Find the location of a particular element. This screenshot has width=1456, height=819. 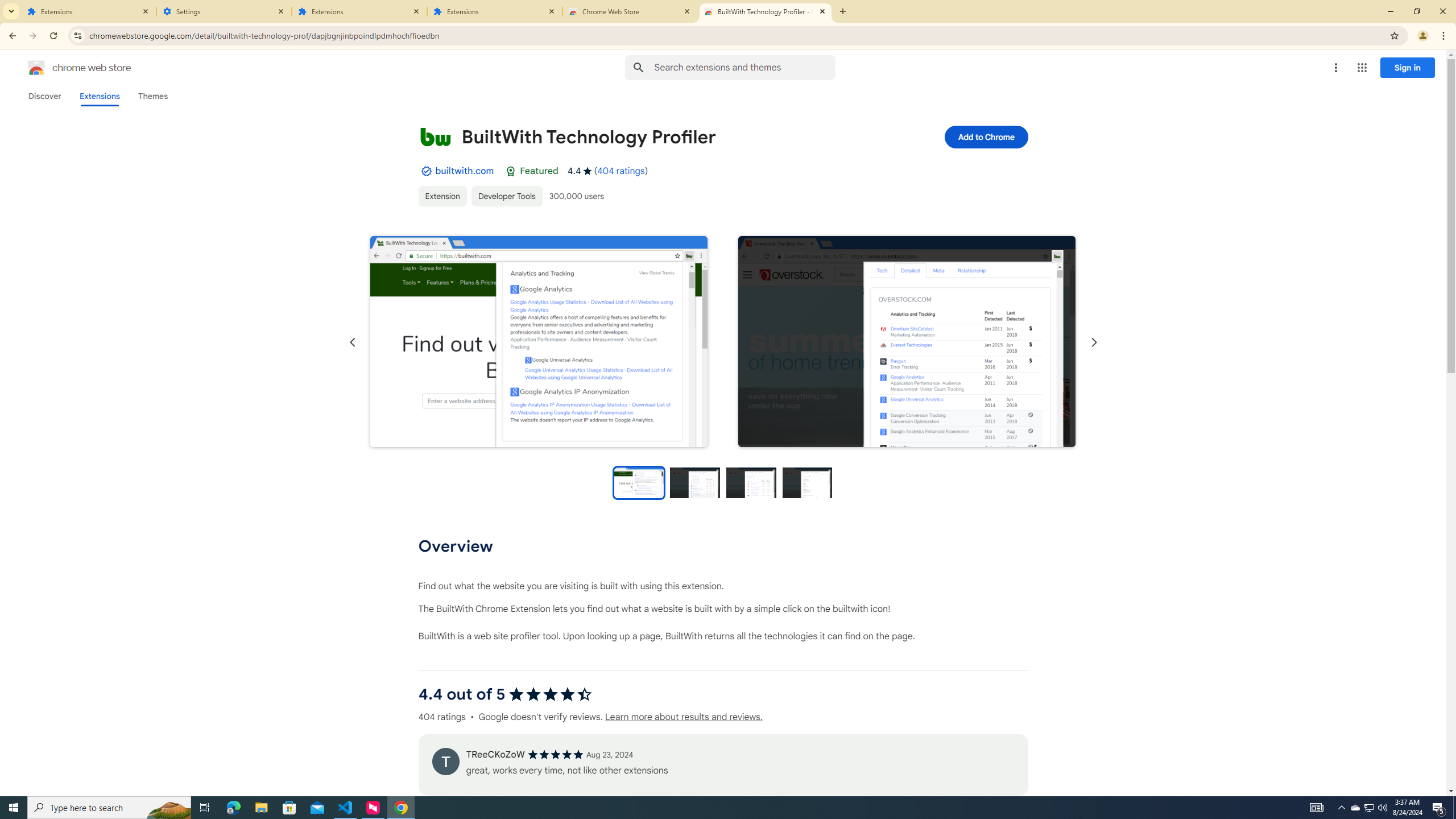

'Extensions' is located at coordinates (88, 11).